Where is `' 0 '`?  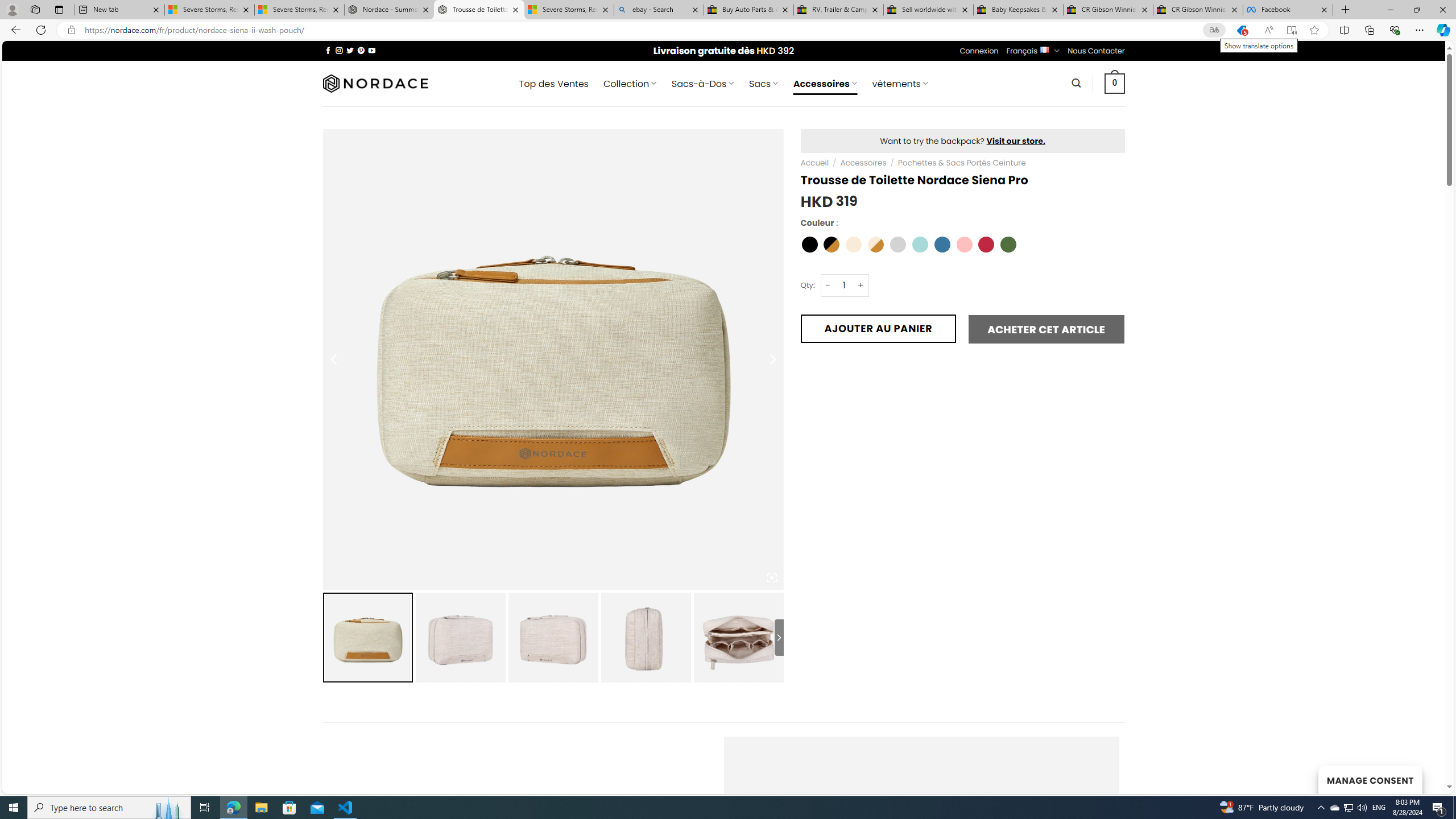 ' 0 ' is located at coordinates (1115, 82).